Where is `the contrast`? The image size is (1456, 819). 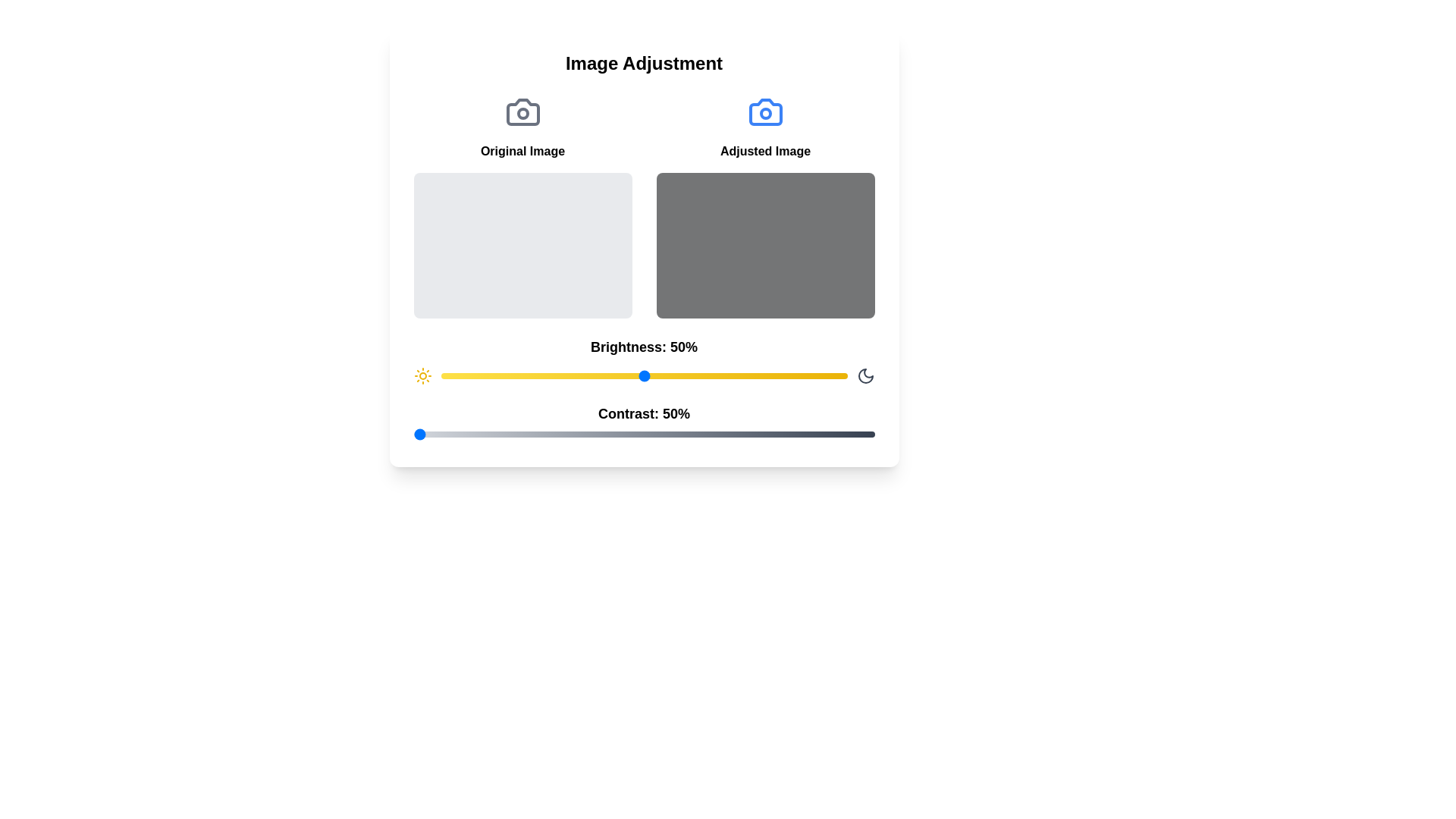 the contrast is located at coordinates (463, 435).